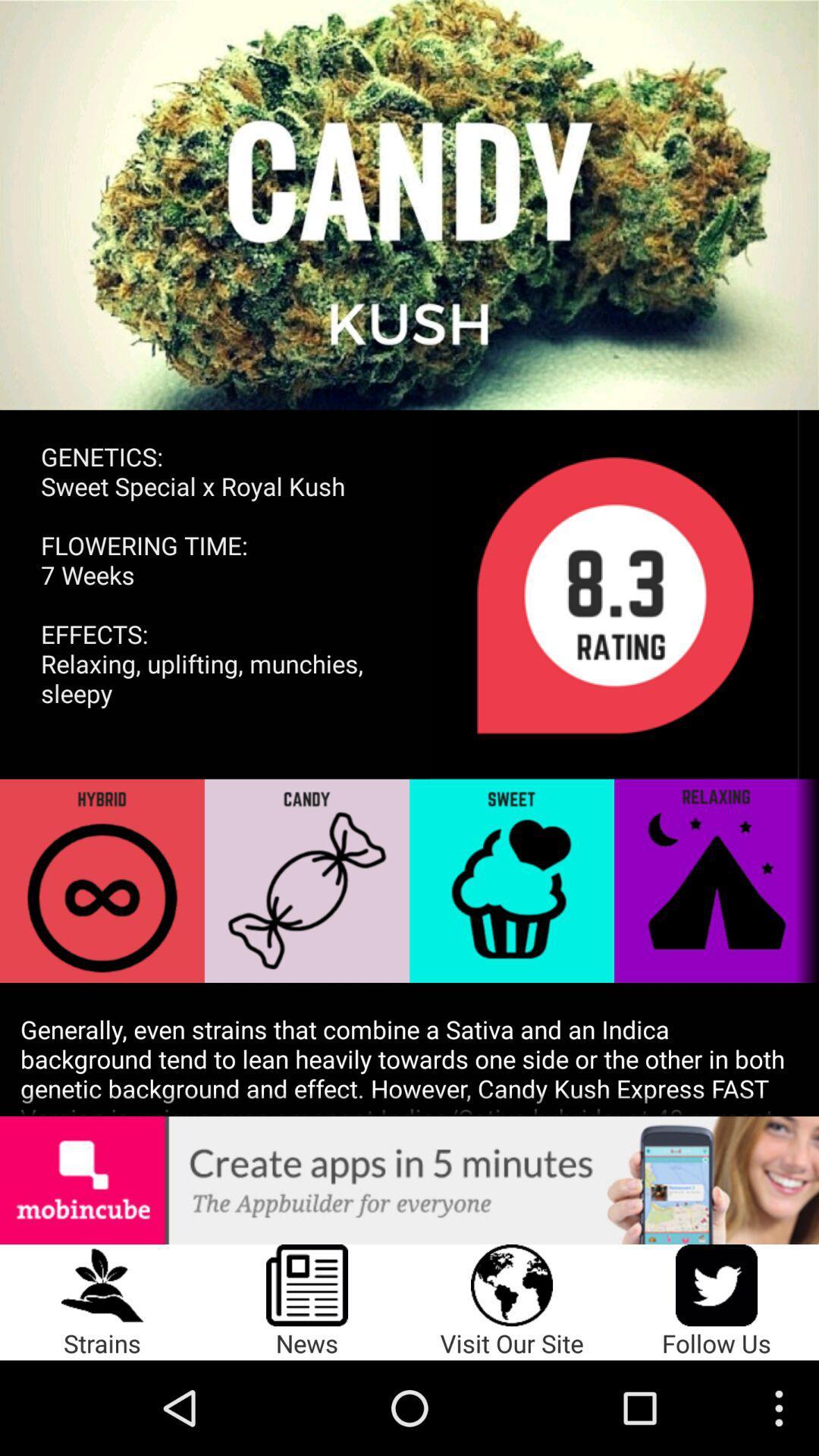 Image resolution: width=819 pixels, height=1456 pixels. I want to click on advertising link, so click(409, 1179).